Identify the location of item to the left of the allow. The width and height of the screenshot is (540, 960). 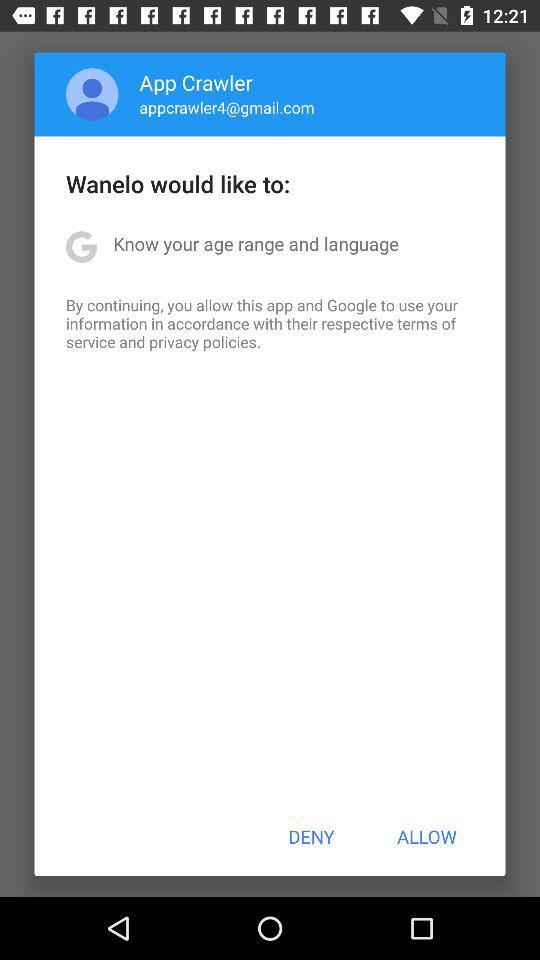
(311, 836).